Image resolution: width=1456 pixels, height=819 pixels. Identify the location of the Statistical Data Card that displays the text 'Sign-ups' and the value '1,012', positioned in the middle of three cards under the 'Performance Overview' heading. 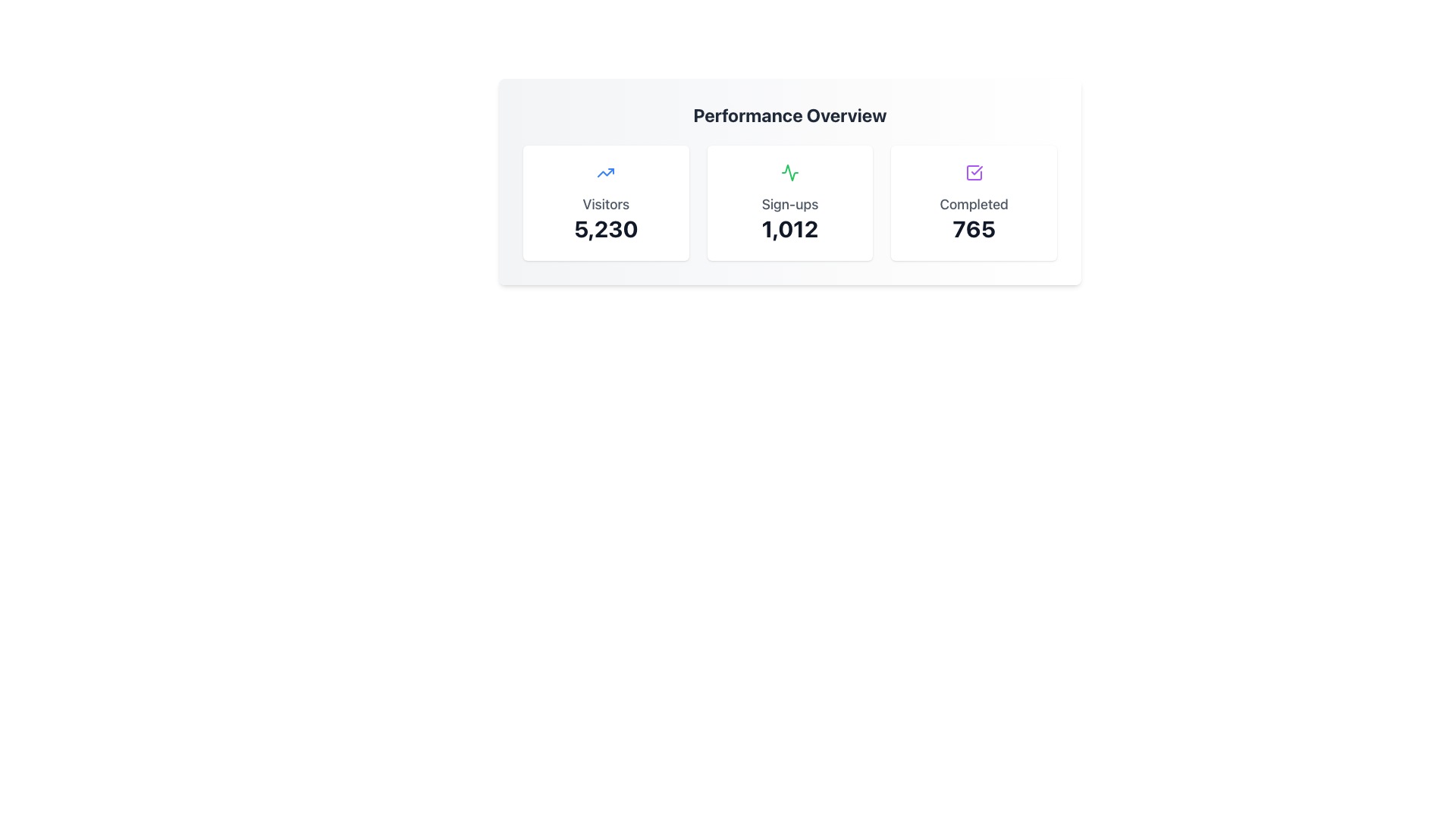
(789, 202).